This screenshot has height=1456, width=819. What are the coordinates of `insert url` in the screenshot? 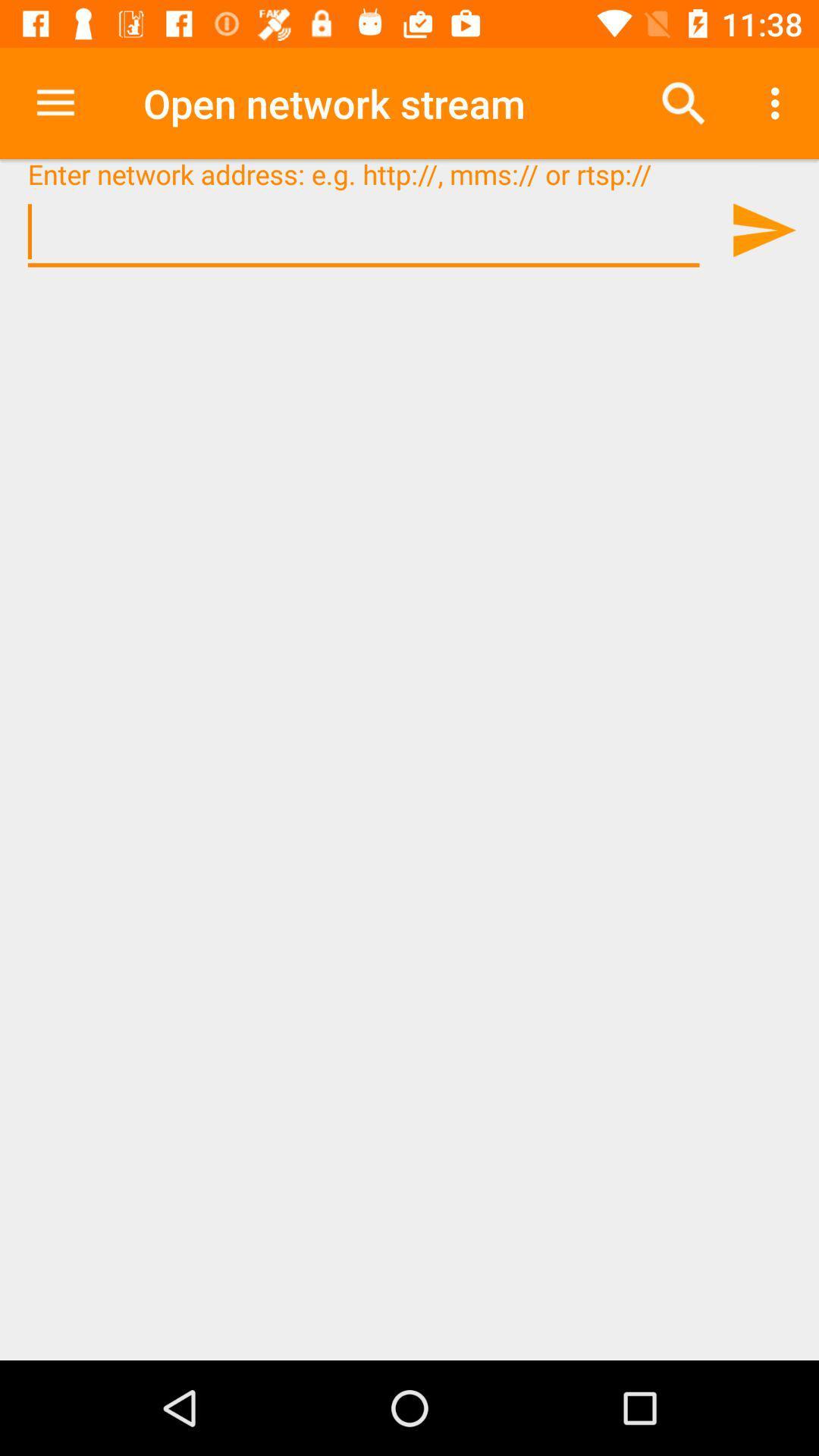 It's located at (363, 231).